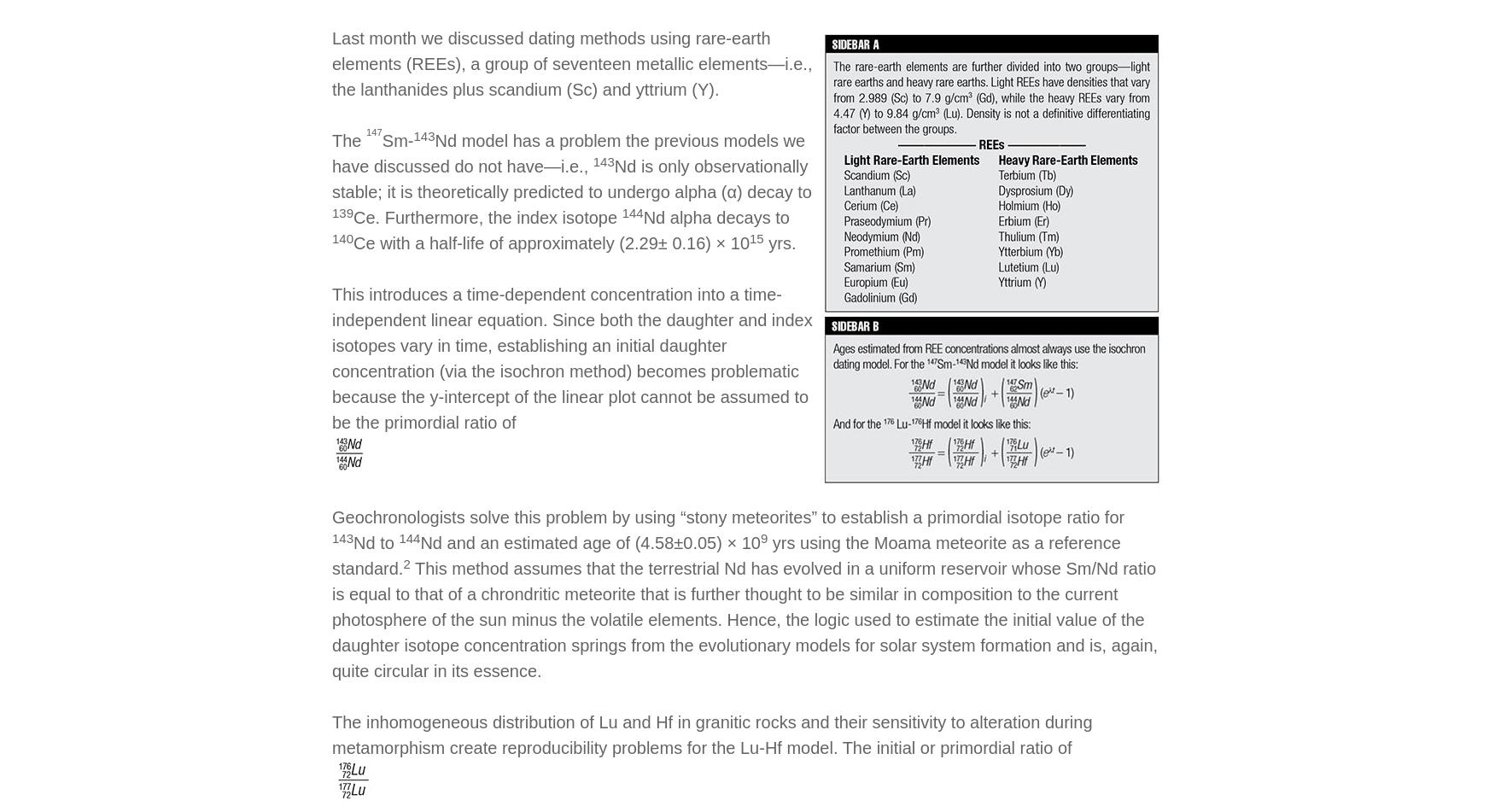 The height and width of the screenshot is (812, 1501). What do you see at coordinates (744, 618) in the screenshot?
I see `'This method assumes that the terrestrial Nd has evolved in a uniform reservoir whose Sm/Nd ratio is equal to that of a chrondritic meteorite that is further thought to be similar in composition to the current photosphere of the sun minus the volatile elements. Hence, the logic used to estimate the initial value of the daughter isotope concentration springs from the evolutionary models for solar system formation and is, again, quite circular in its essence.'` at bounding box center [744, 618].